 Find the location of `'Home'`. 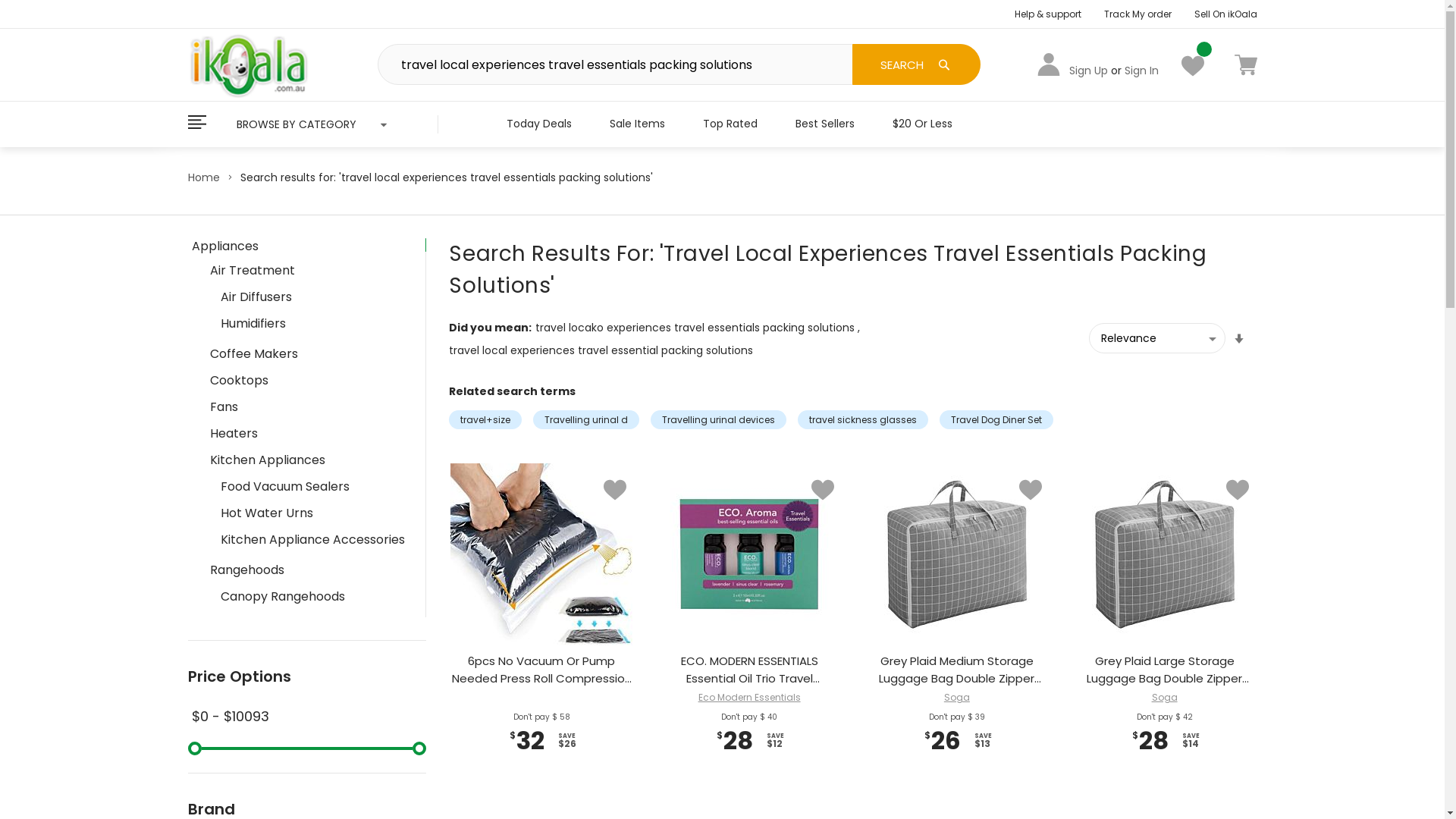

'Home' is located at coordinates (202, 177).